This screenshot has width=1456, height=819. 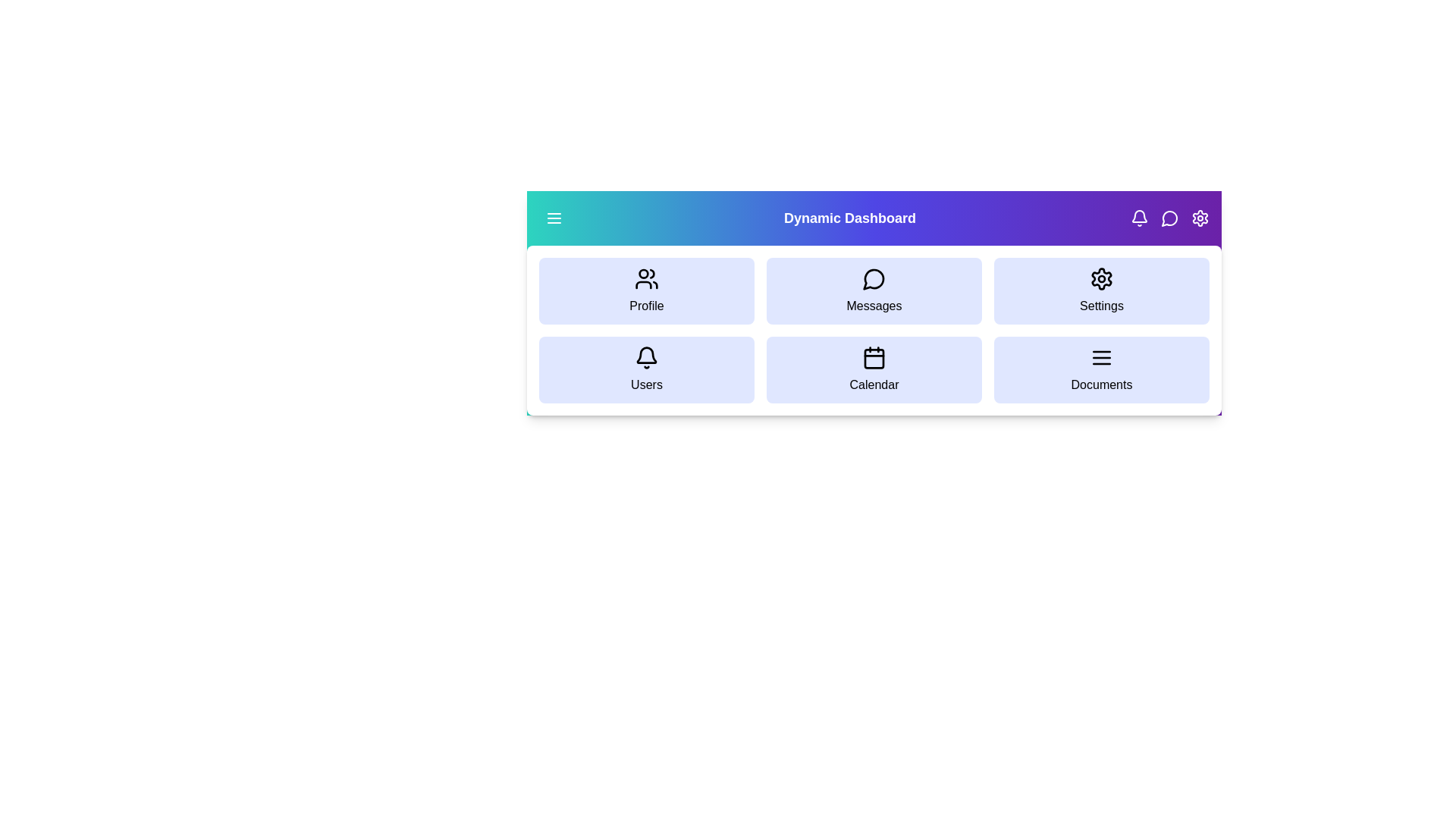 What do you see at coordinates (1200, 218) in the screenshot?
I see `the settings icon to navigate to the settings page` at bounding box center [1200, 218].